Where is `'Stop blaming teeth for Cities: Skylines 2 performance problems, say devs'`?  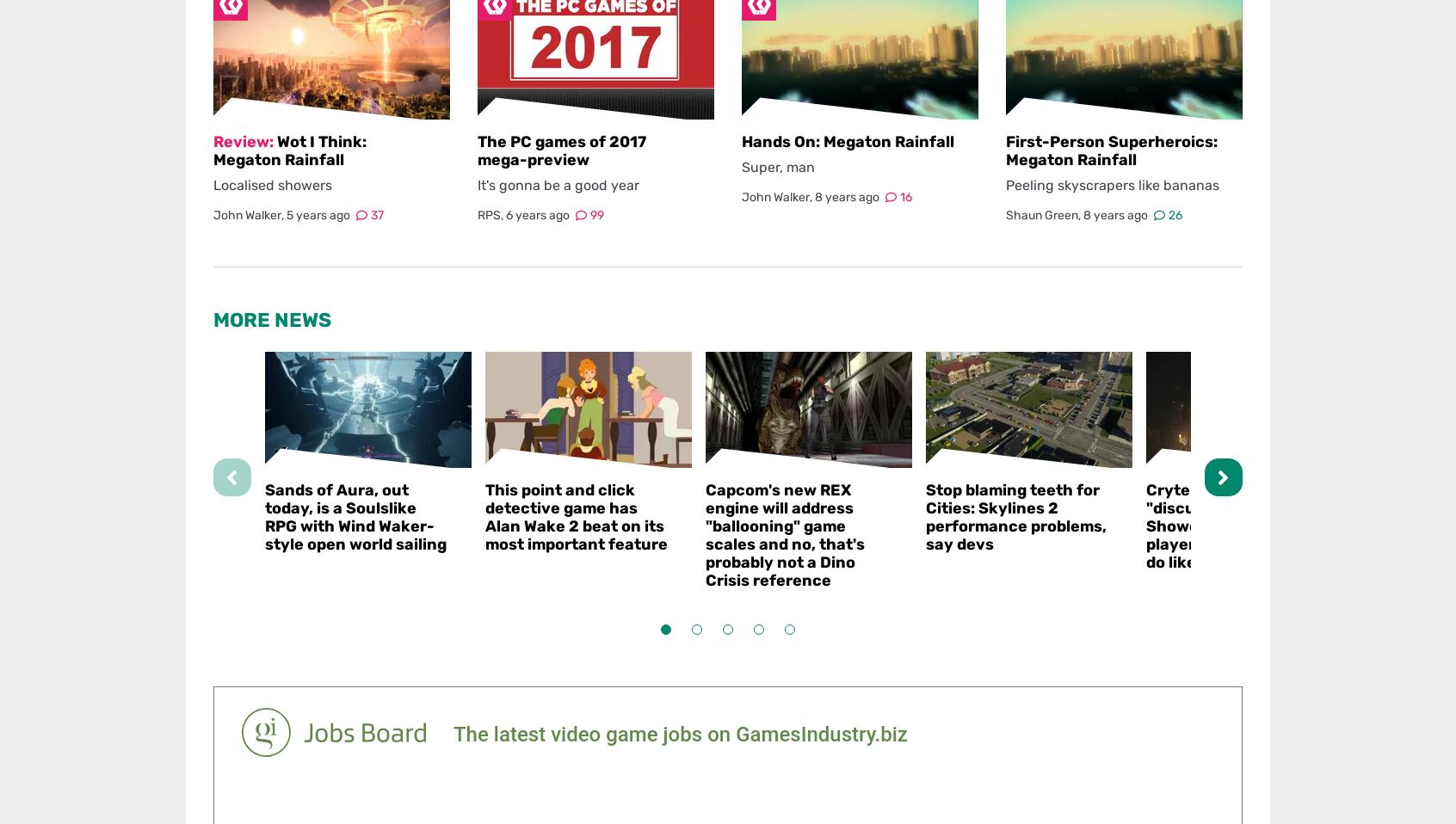 'Stop blaming teeth for Cities: Skylines 2 performance problems, say devs' is located at coordinates (1015, 516).